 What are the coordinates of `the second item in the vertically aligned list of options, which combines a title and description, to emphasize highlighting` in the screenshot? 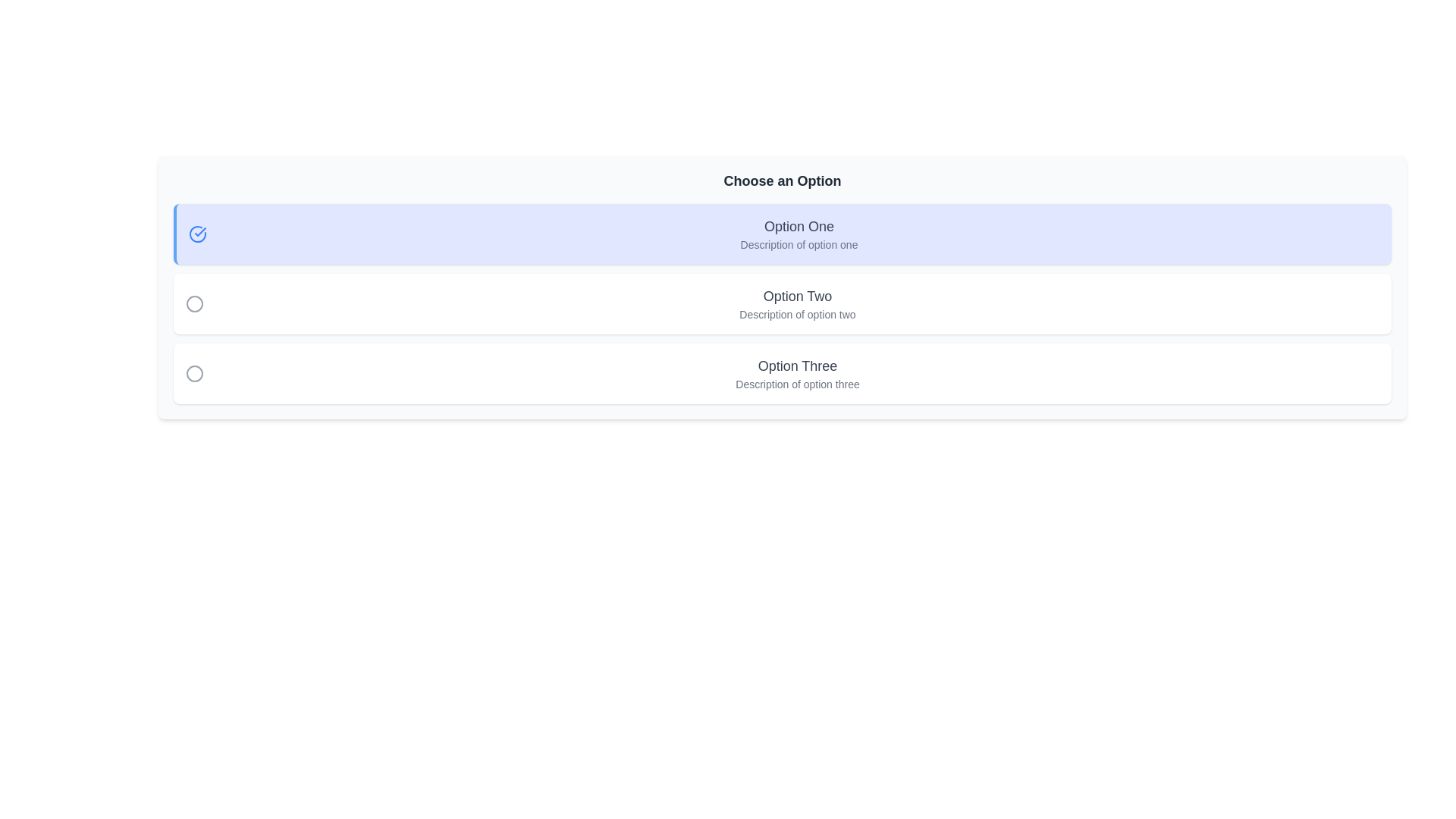 It's located at (796, 304).